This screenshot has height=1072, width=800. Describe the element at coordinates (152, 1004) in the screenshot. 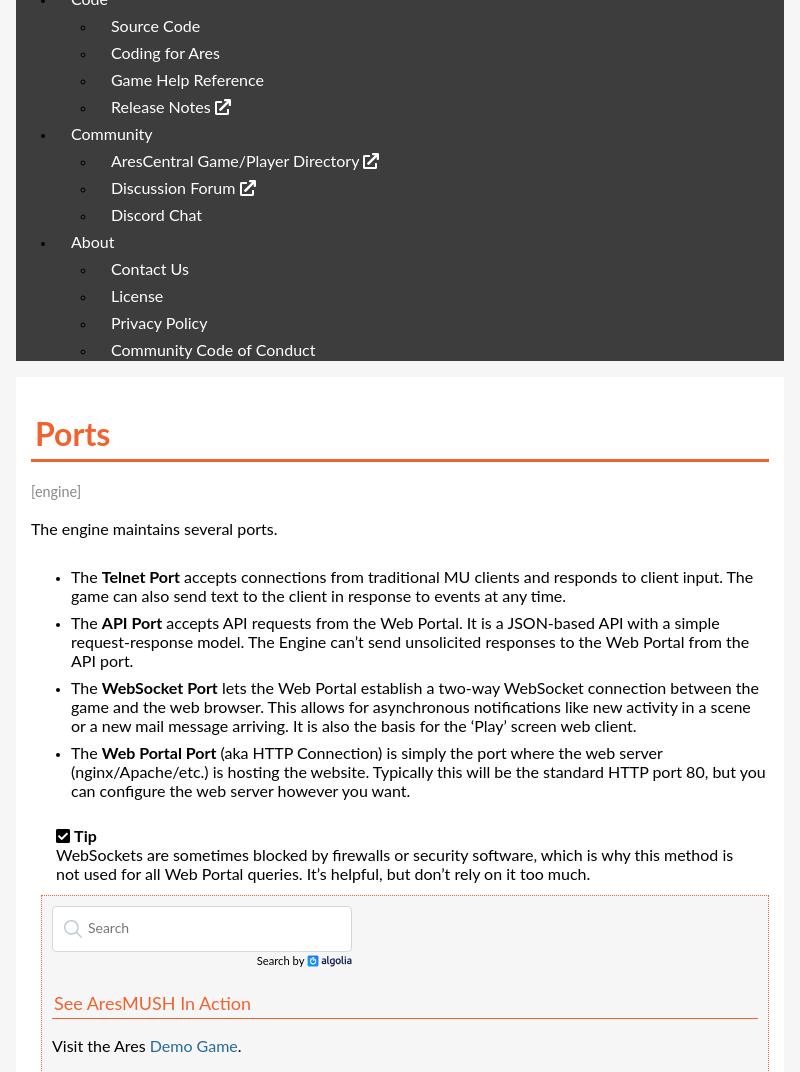

I see `'See AresMUSH In Action'` at that location.